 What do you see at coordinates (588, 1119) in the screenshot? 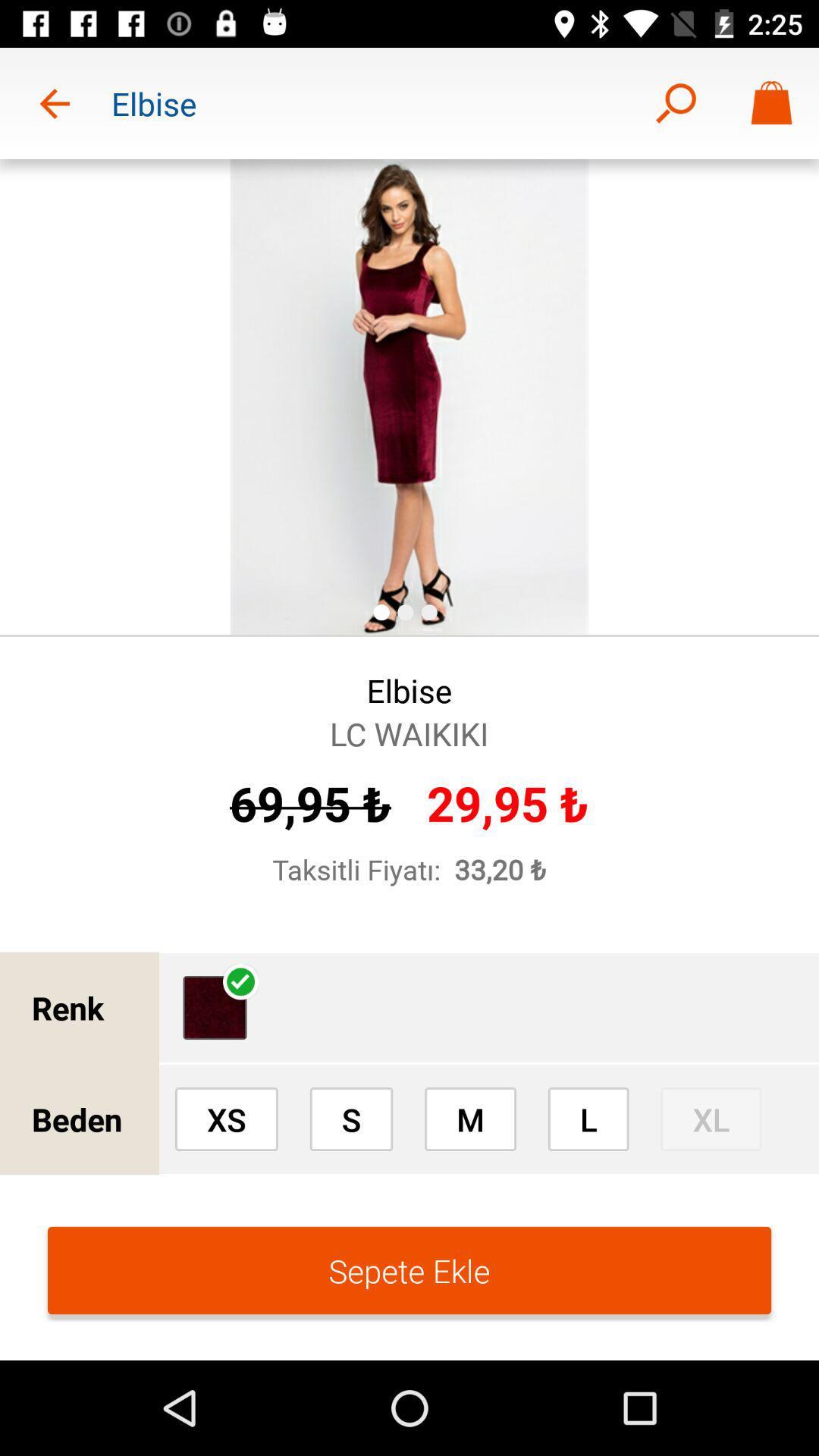
I see `the text which is beside m` at bounding box center [588, 1119].